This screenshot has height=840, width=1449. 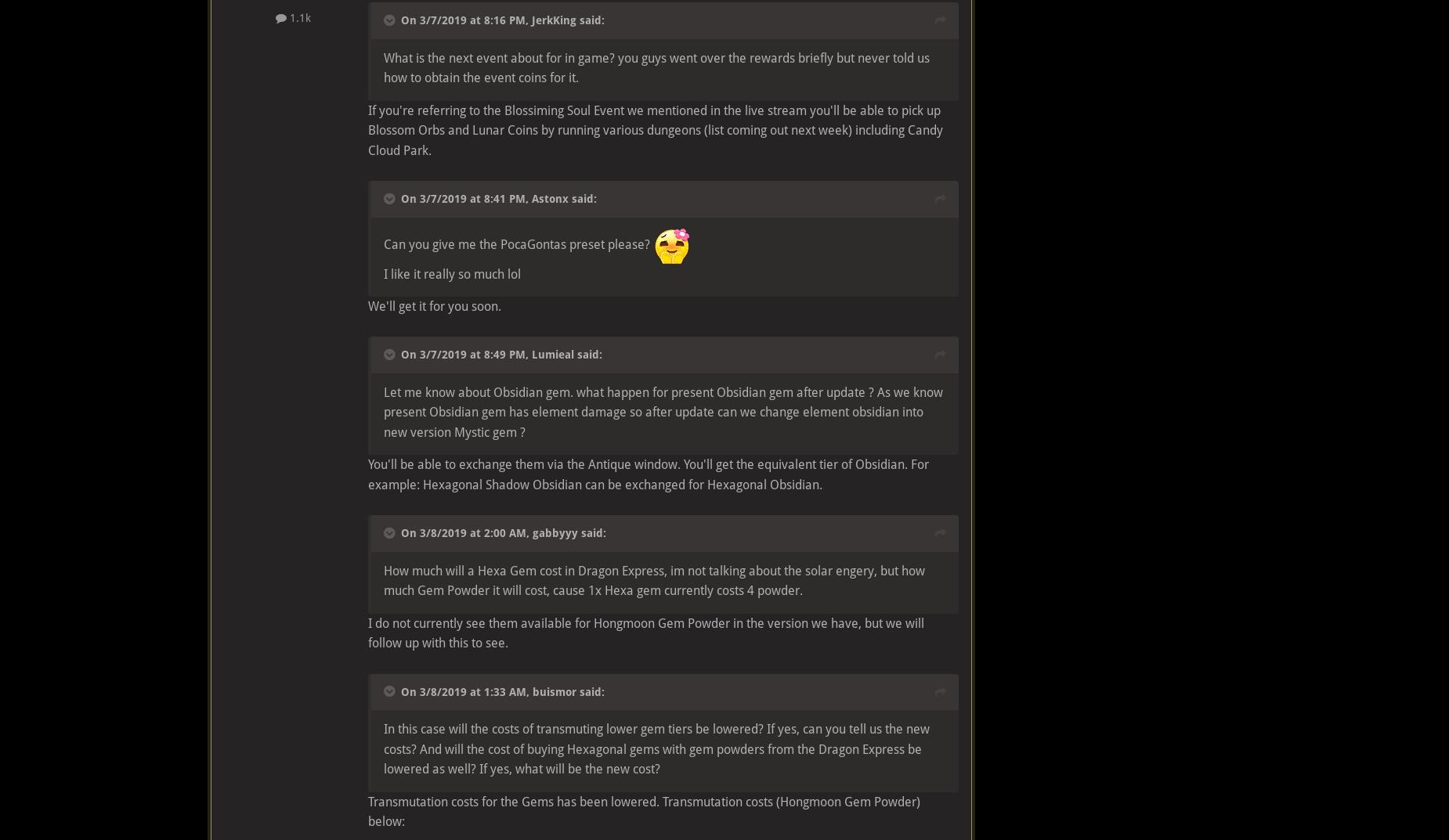 I want to click on 'I like it really so much lol', so click(x=452, y=273).